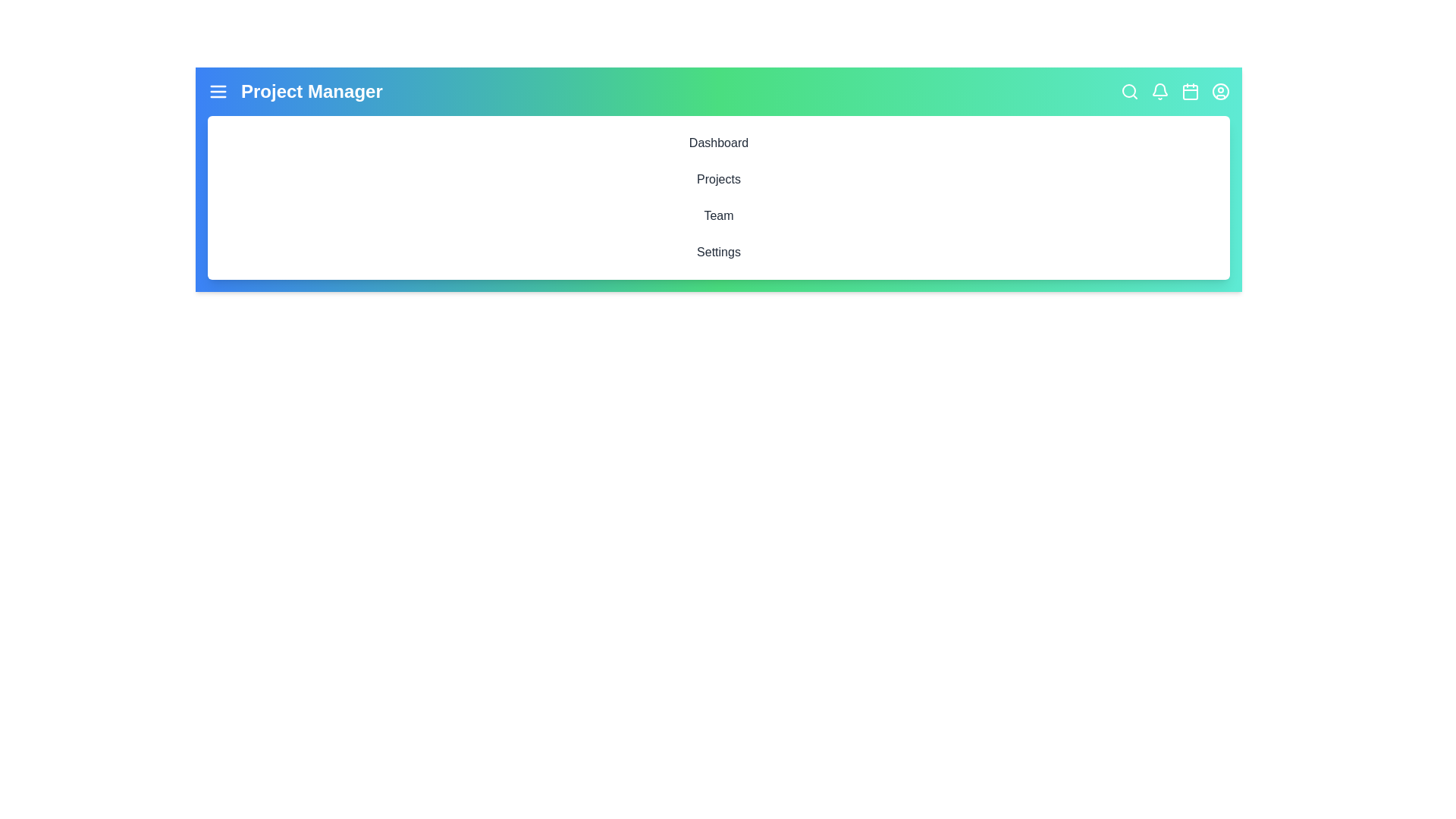 This screenshot has width=1456, height=819. Describe the element at coordinates (1220, 91) in the screenshot. I see `the User Profile icon in the top bar` at that location.